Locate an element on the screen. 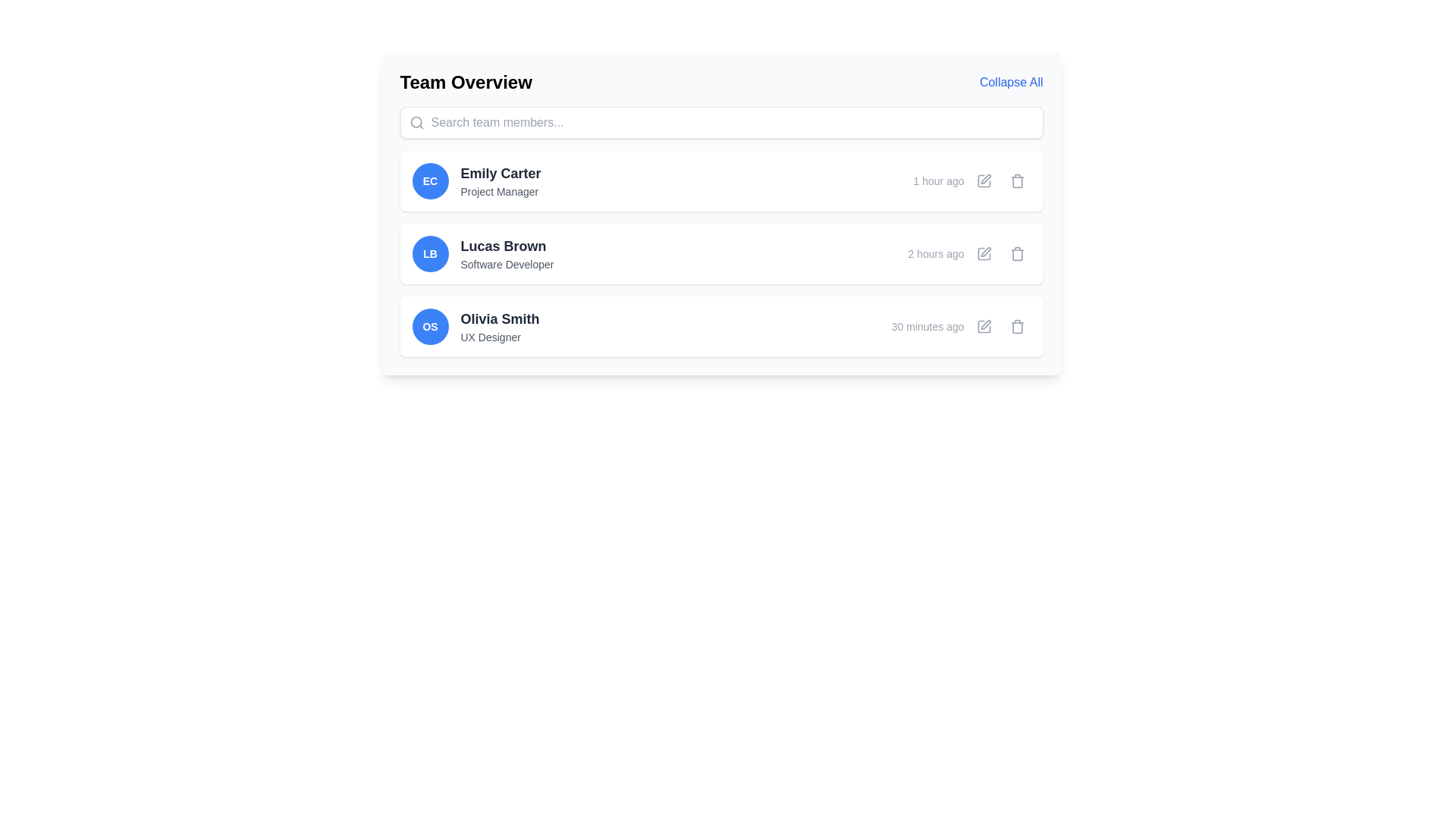 The image size is (1456, 819). the pen icon located to the right of 'Lucas Brown' in the 'Team Overview' list, which is the second row of users is located at coordinates (986, 251).